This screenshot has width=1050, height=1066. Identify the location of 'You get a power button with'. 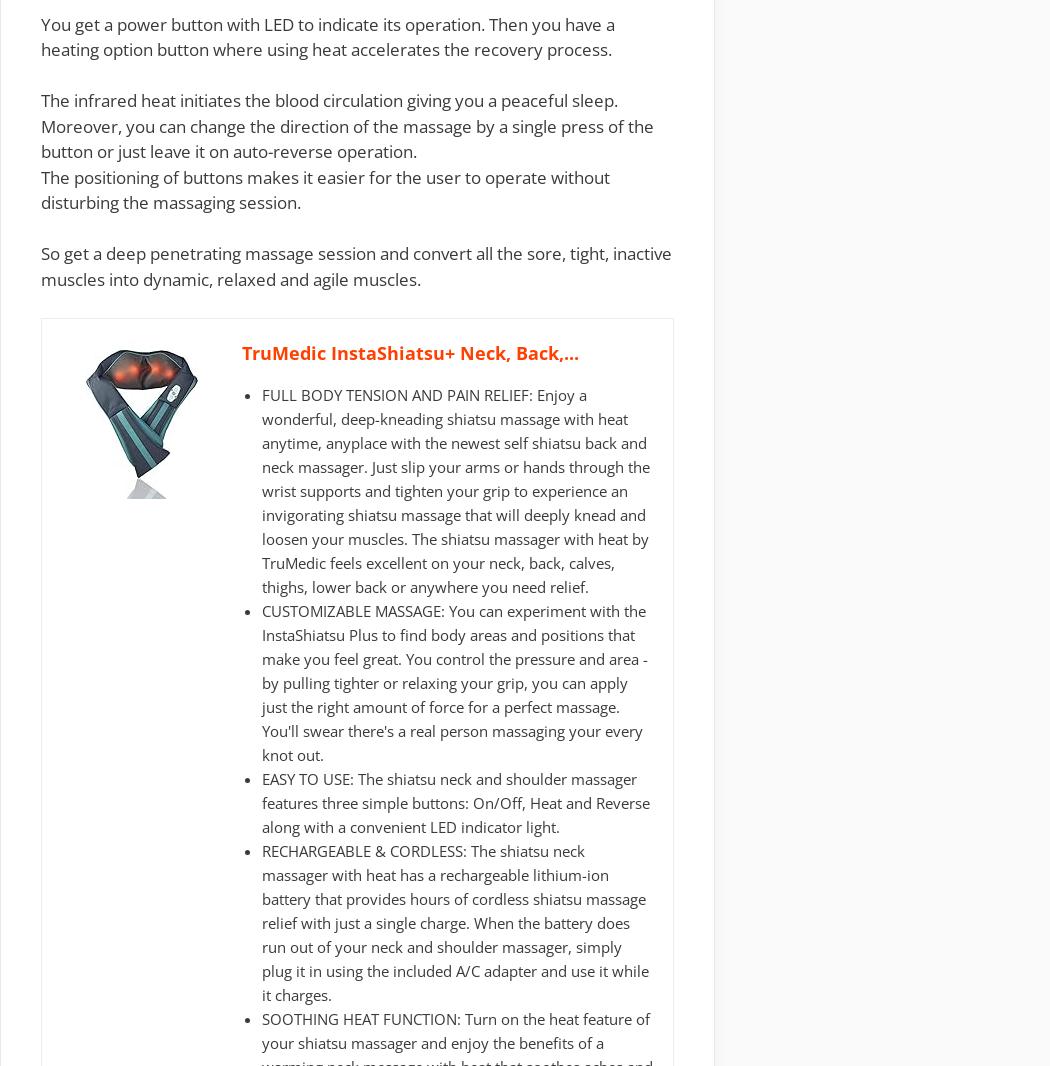
(152, 22).